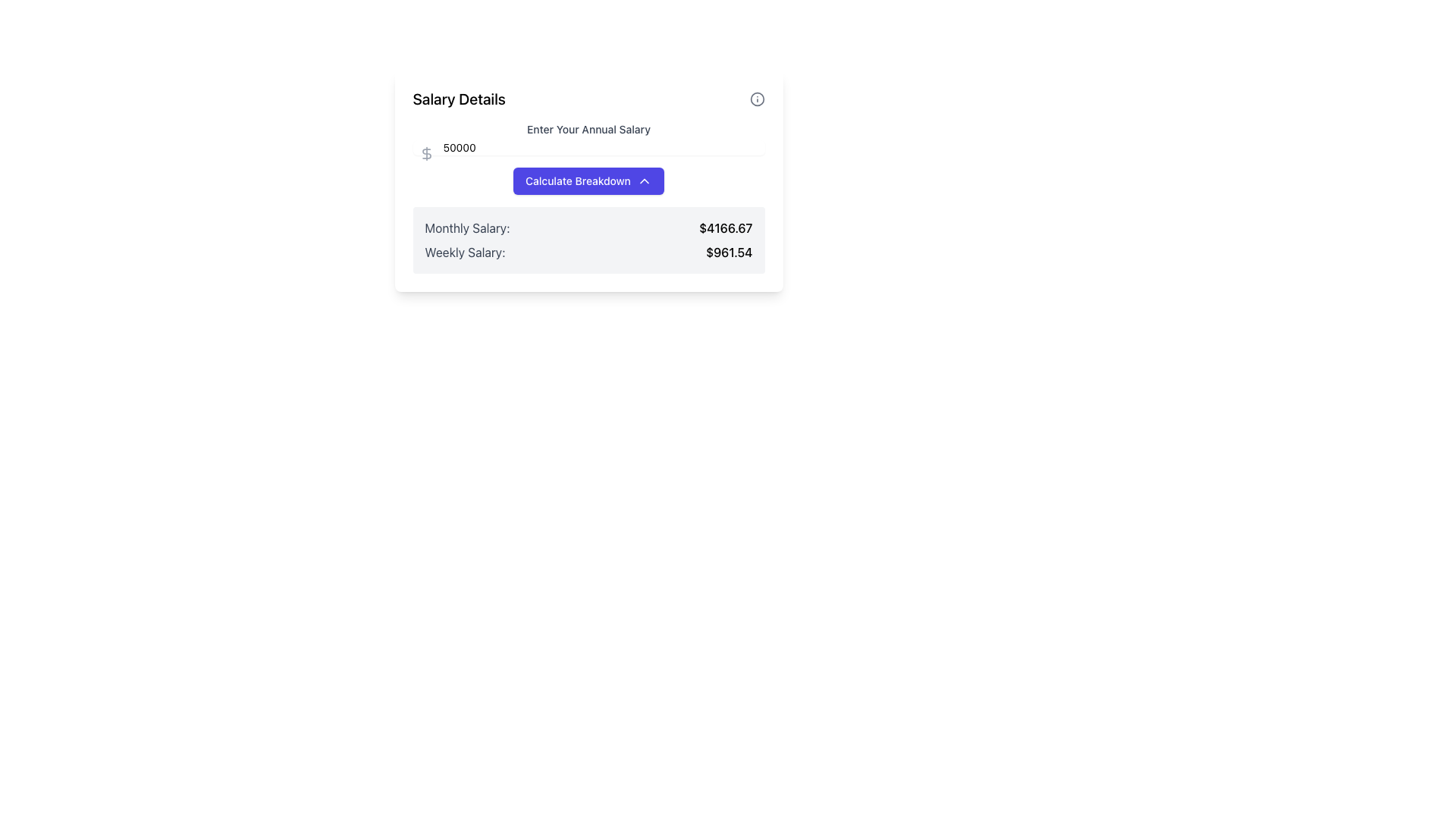  I want to click on the decorative circle element that is part of the information icon located in the upper-right corner of the 'Salary Details' card layout, so click(757, 99).